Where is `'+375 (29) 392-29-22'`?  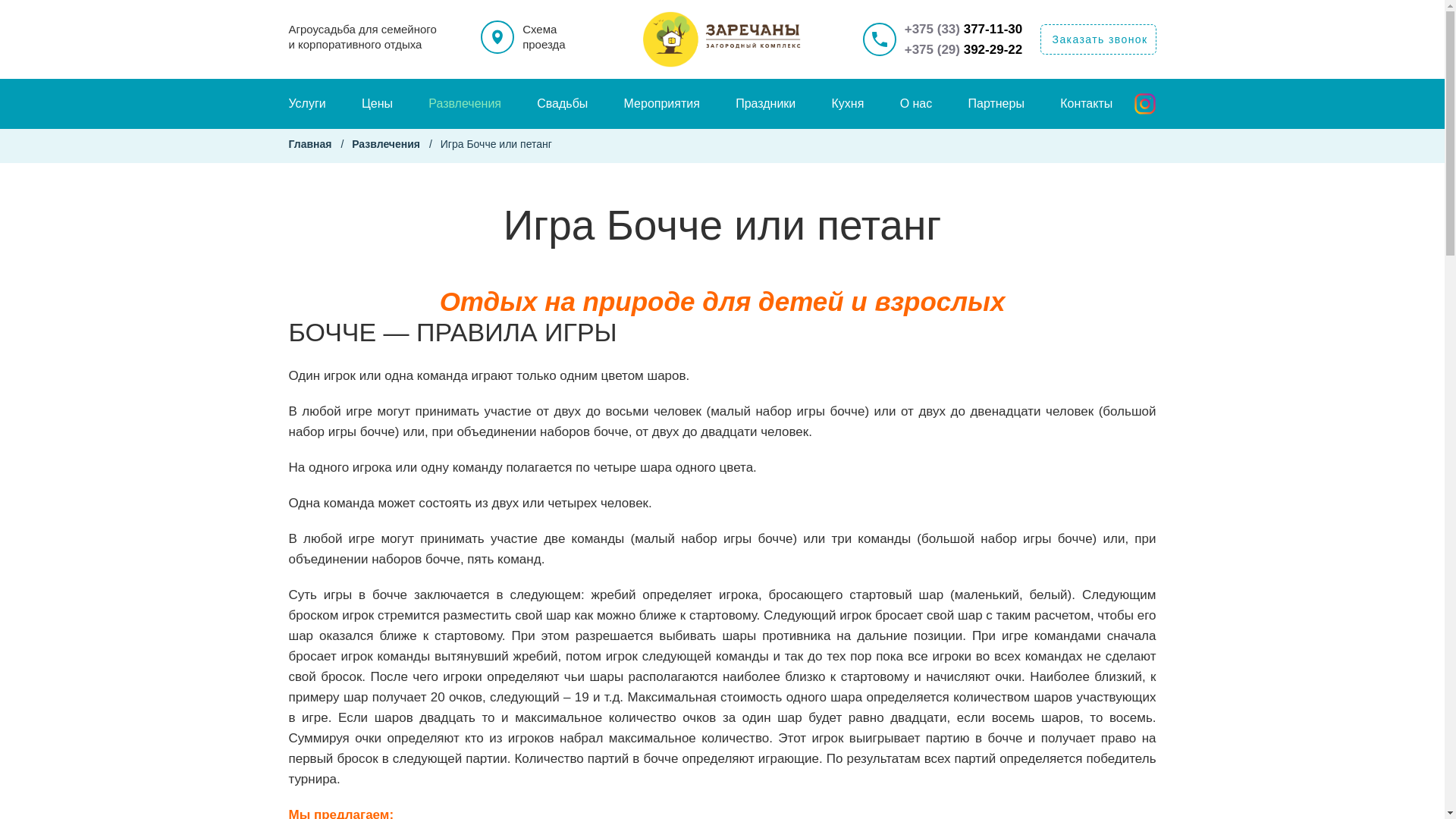 '+375 (29) 392-29-22' is located at coordinates (963, 49).